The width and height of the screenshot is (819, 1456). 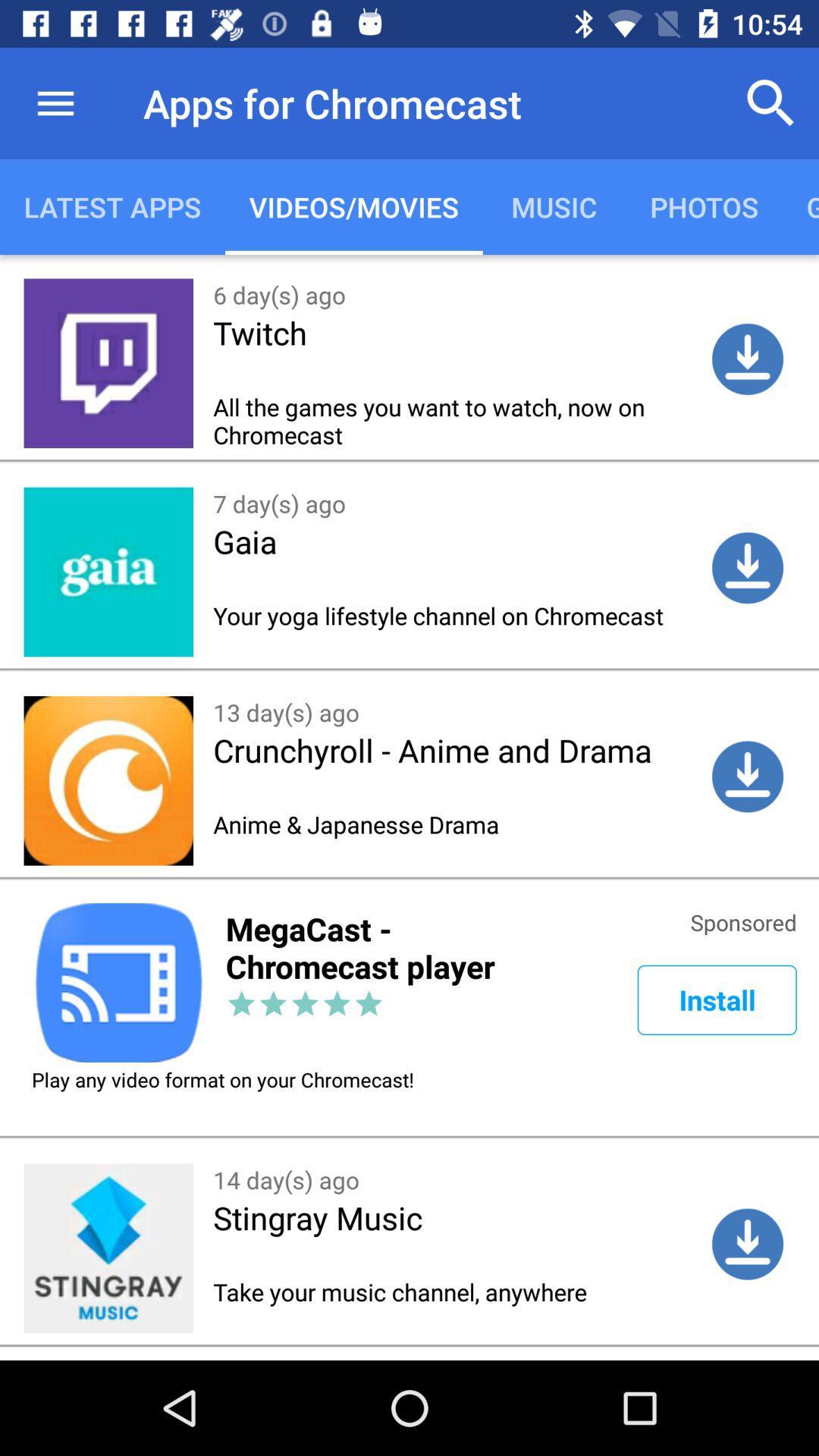 I want to click on the button above sponsored, so click(x=747, y=776).